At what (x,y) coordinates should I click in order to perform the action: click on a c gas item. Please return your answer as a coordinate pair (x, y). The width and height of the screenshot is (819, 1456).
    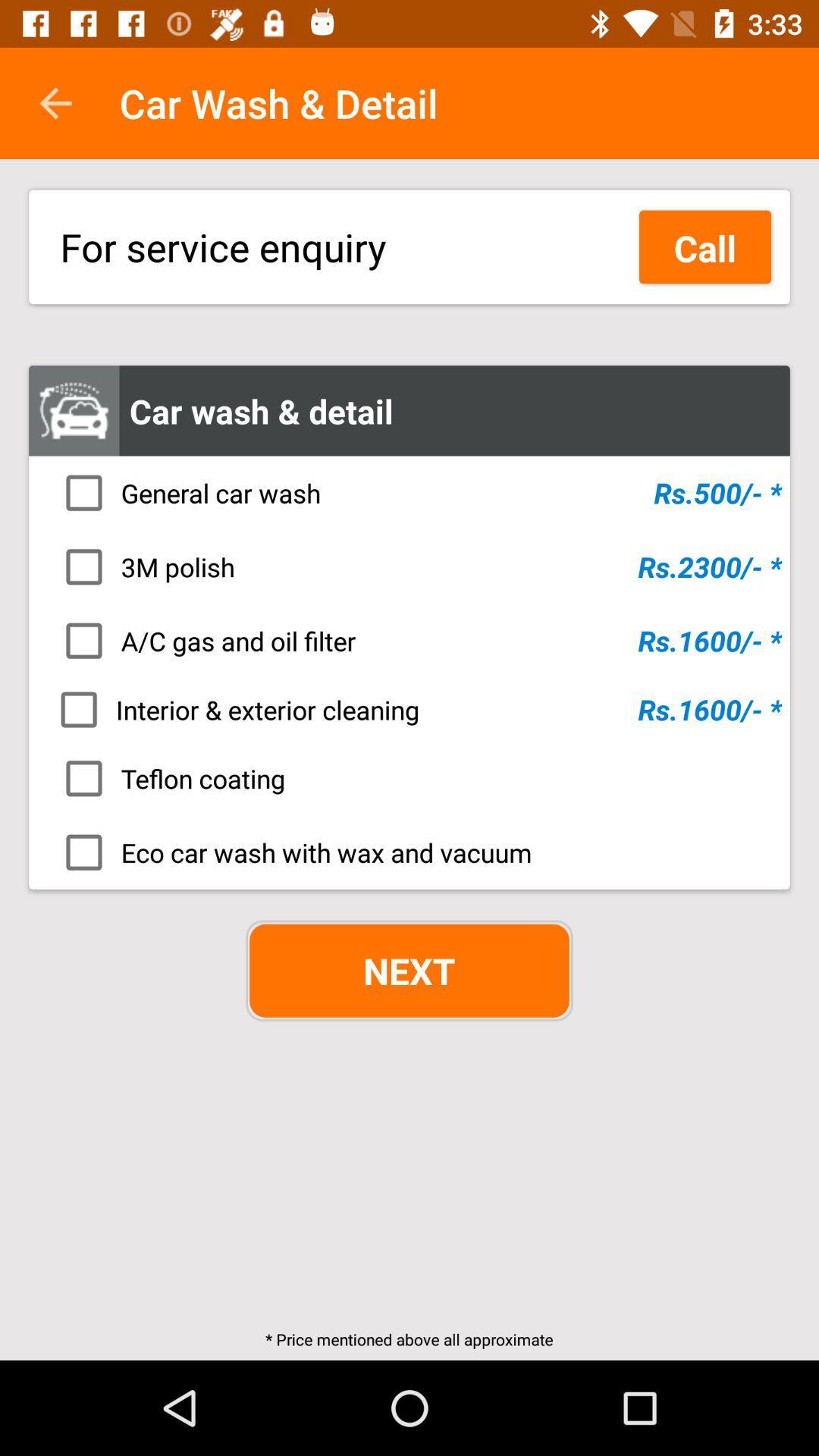
    Looking at the image, I should click on (414, 641).